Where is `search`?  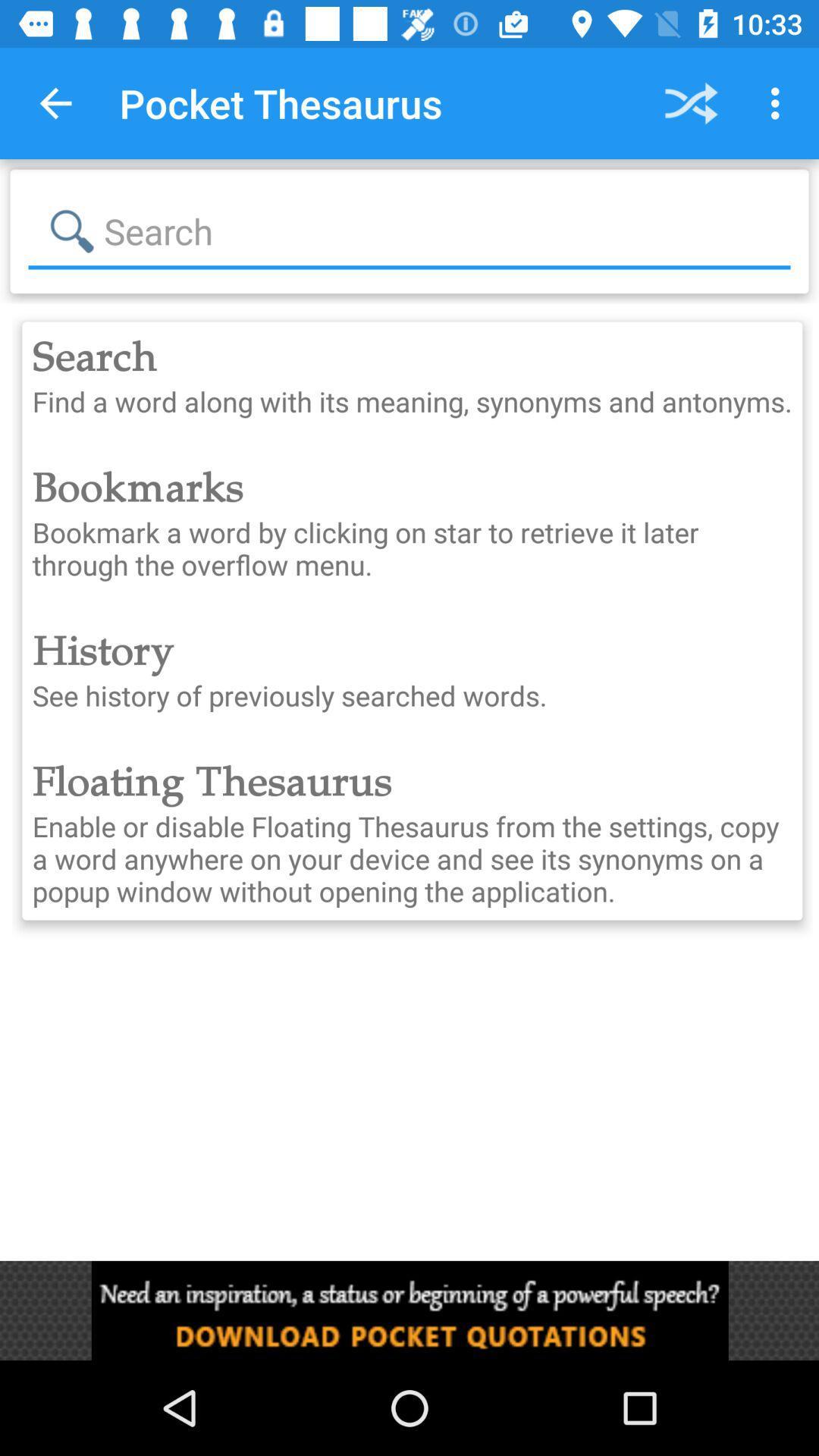 search is located at coordinates (409, 231).